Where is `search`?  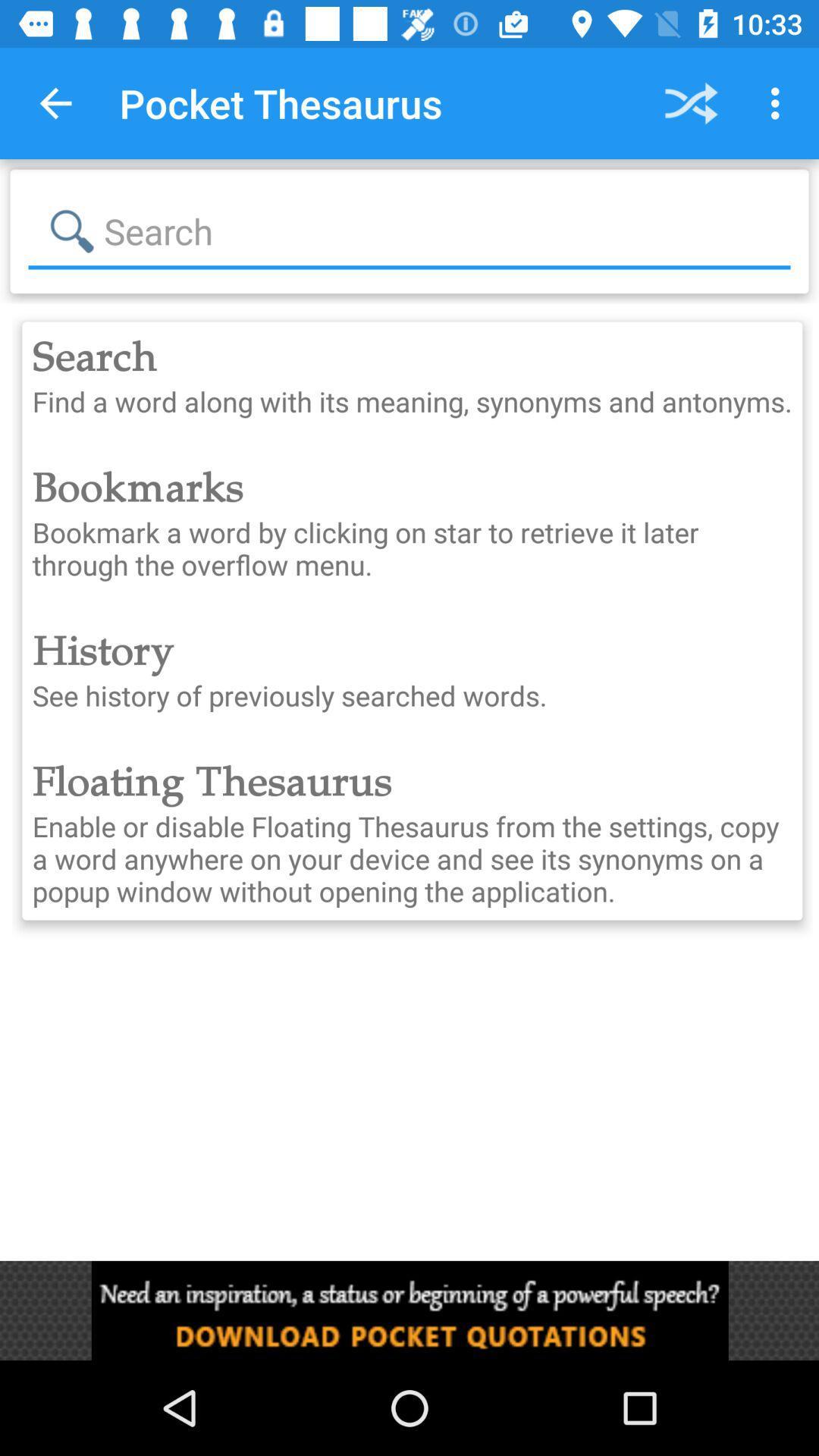 search is located at coordinates (409, 231).